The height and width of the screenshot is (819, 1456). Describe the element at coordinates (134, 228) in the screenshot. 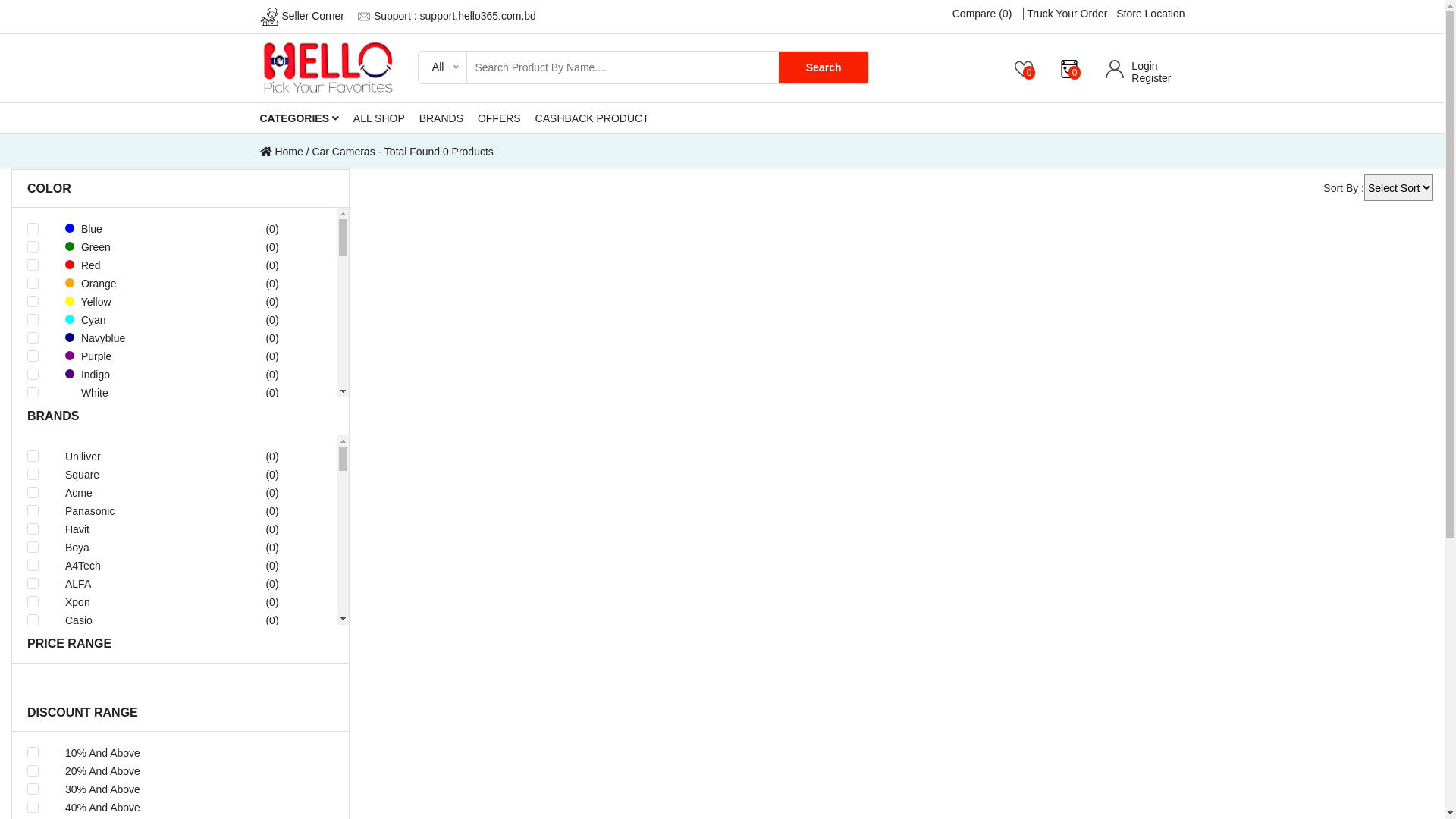

I see `'Blue'` at that location.